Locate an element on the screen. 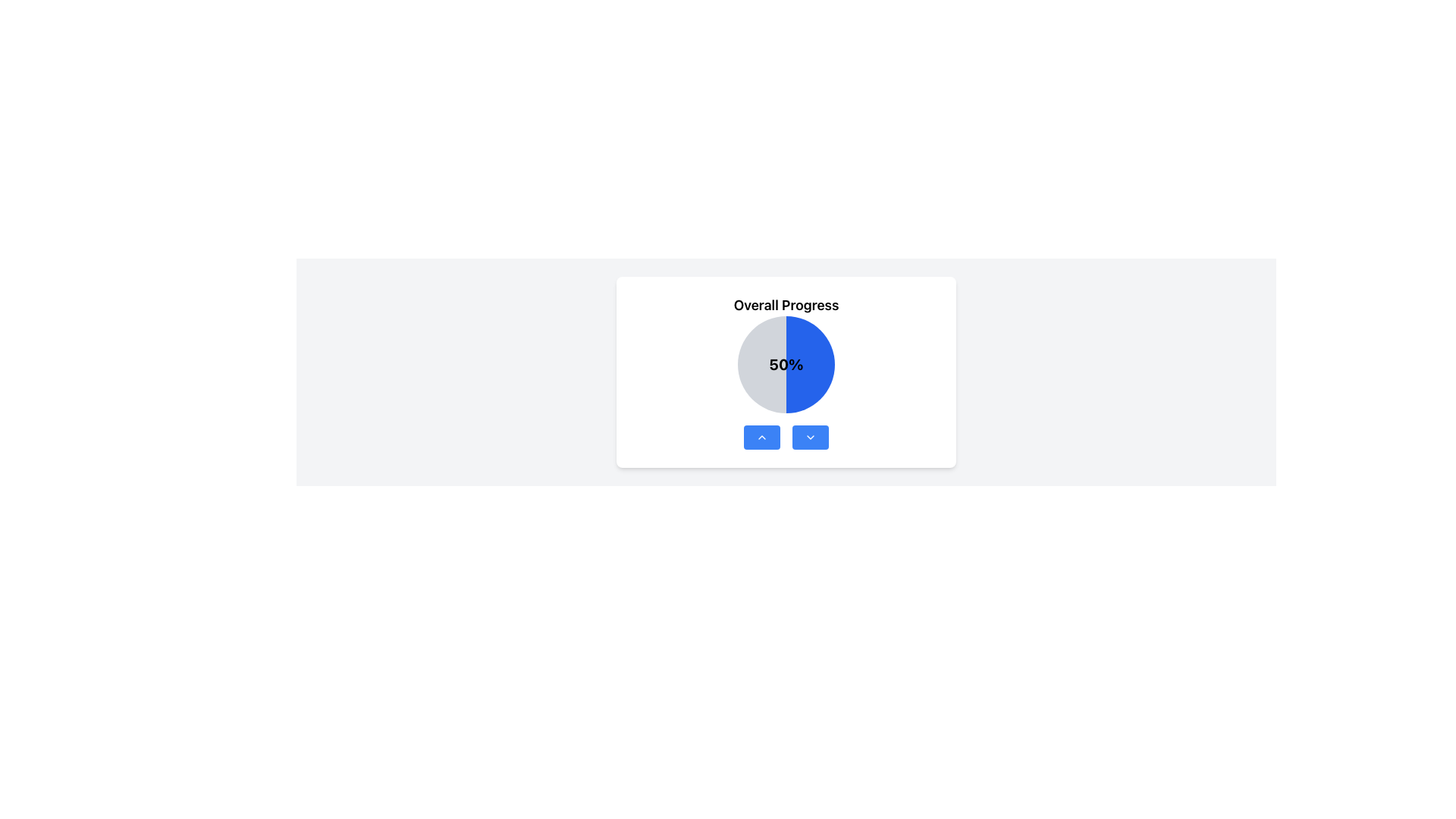 The height and width of the screenshot is (819, 1456). the downward button in the button group below the 'Overall Progress' card to decrement the value is located at coordinates (786, 438).